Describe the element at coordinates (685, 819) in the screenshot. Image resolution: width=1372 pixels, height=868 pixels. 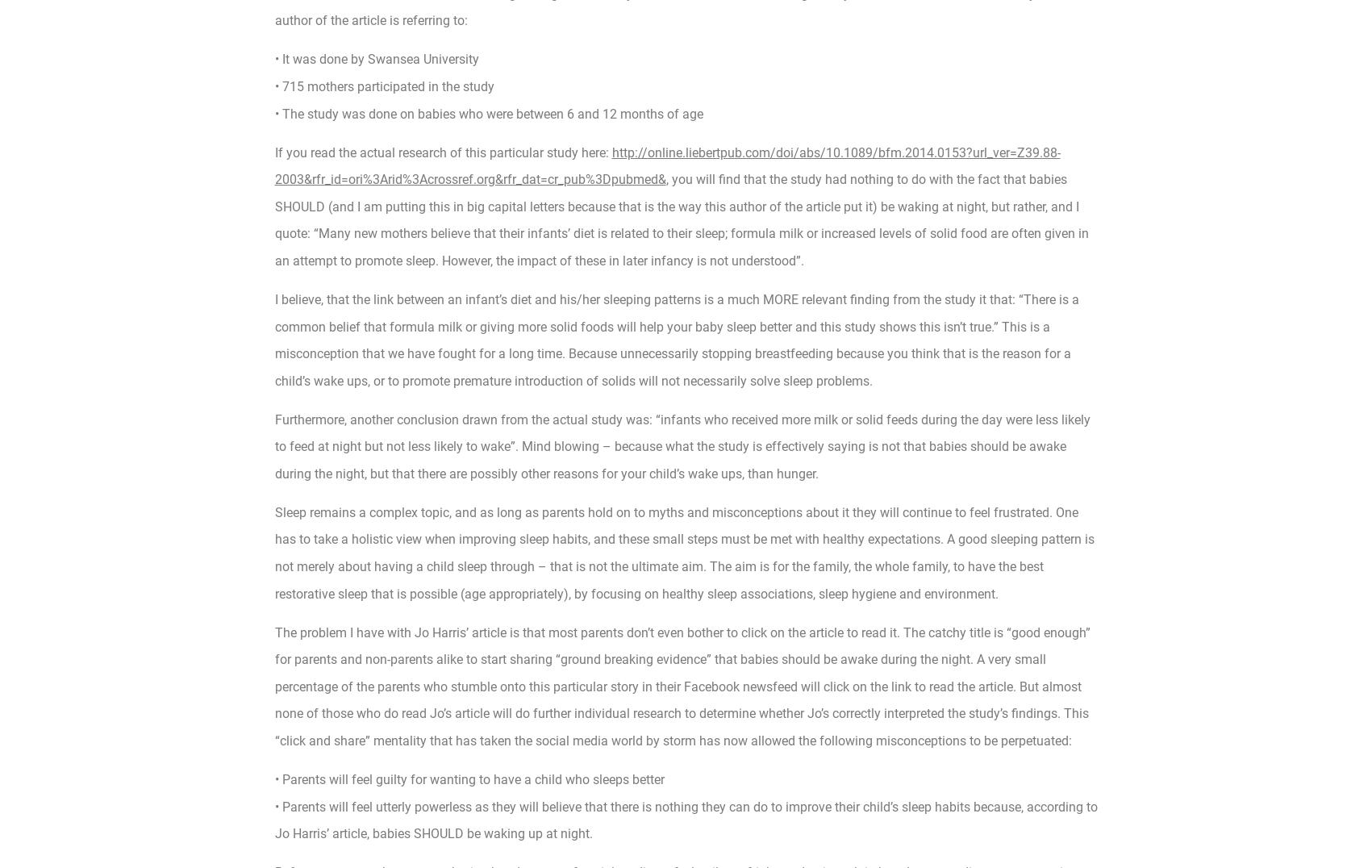
I see `'• Parents will feel utterly powerless as they will believe that there is nothing they can do to improve their child’s sleep habits because, according to Jo Harris’ article, babies SHOULD be waking up at night.'` at that location.